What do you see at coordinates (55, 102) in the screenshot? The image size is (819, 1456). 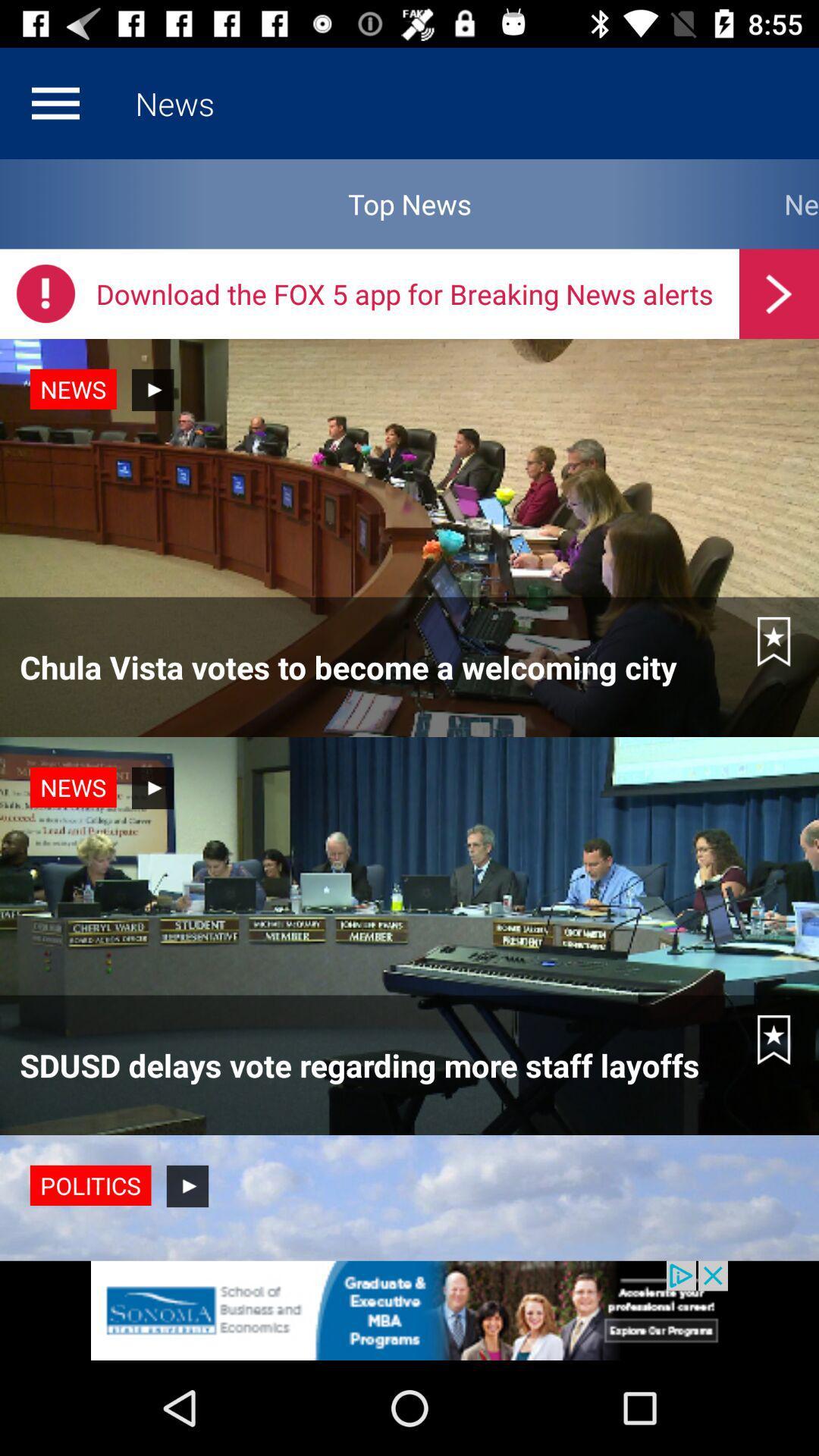 I see `home option` at bounding box center [55, 102].